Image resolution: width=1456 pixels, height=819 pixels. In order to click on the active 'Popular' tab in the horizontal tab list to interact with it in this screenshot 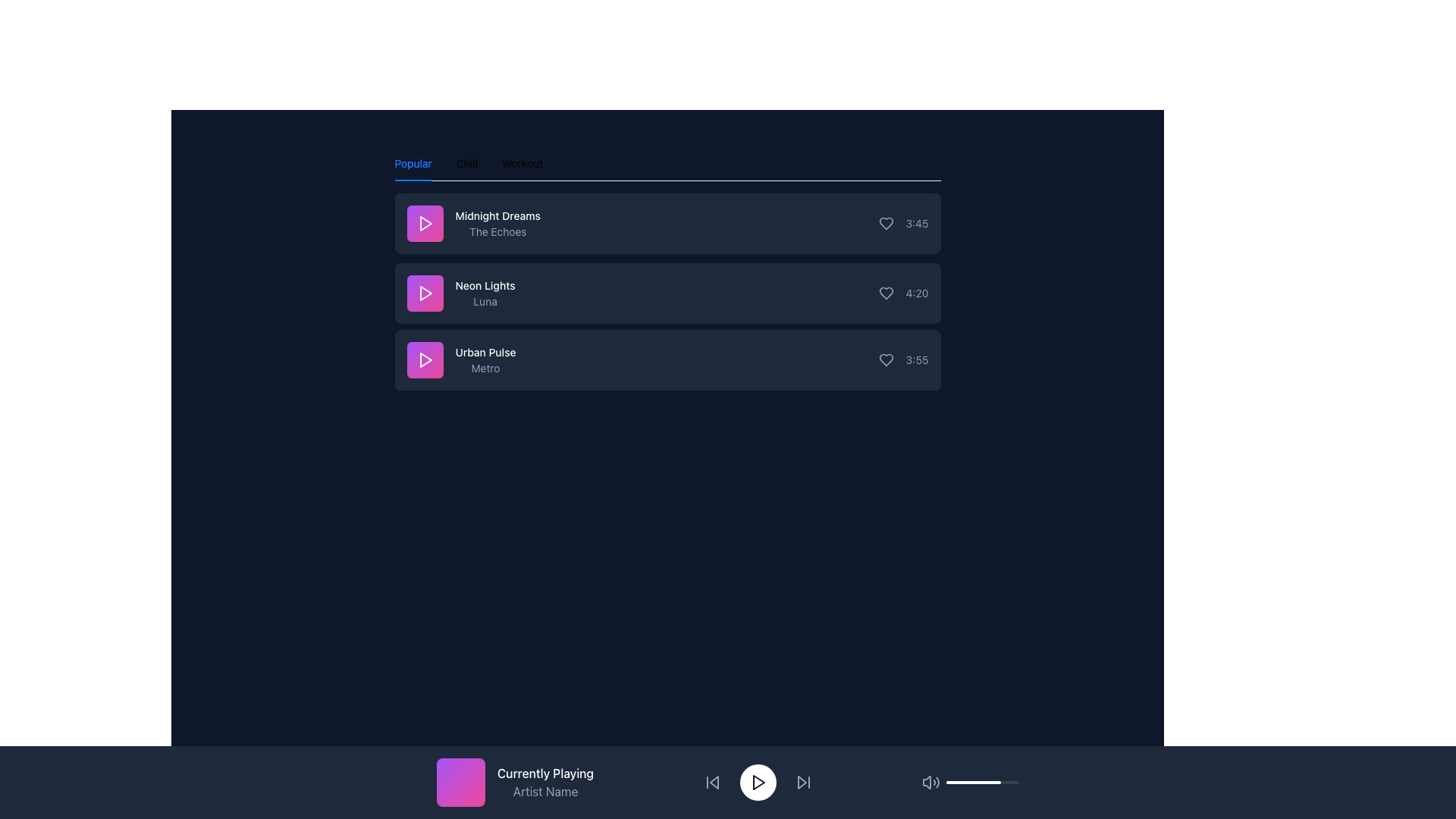, I will do `click(667, 164)`.